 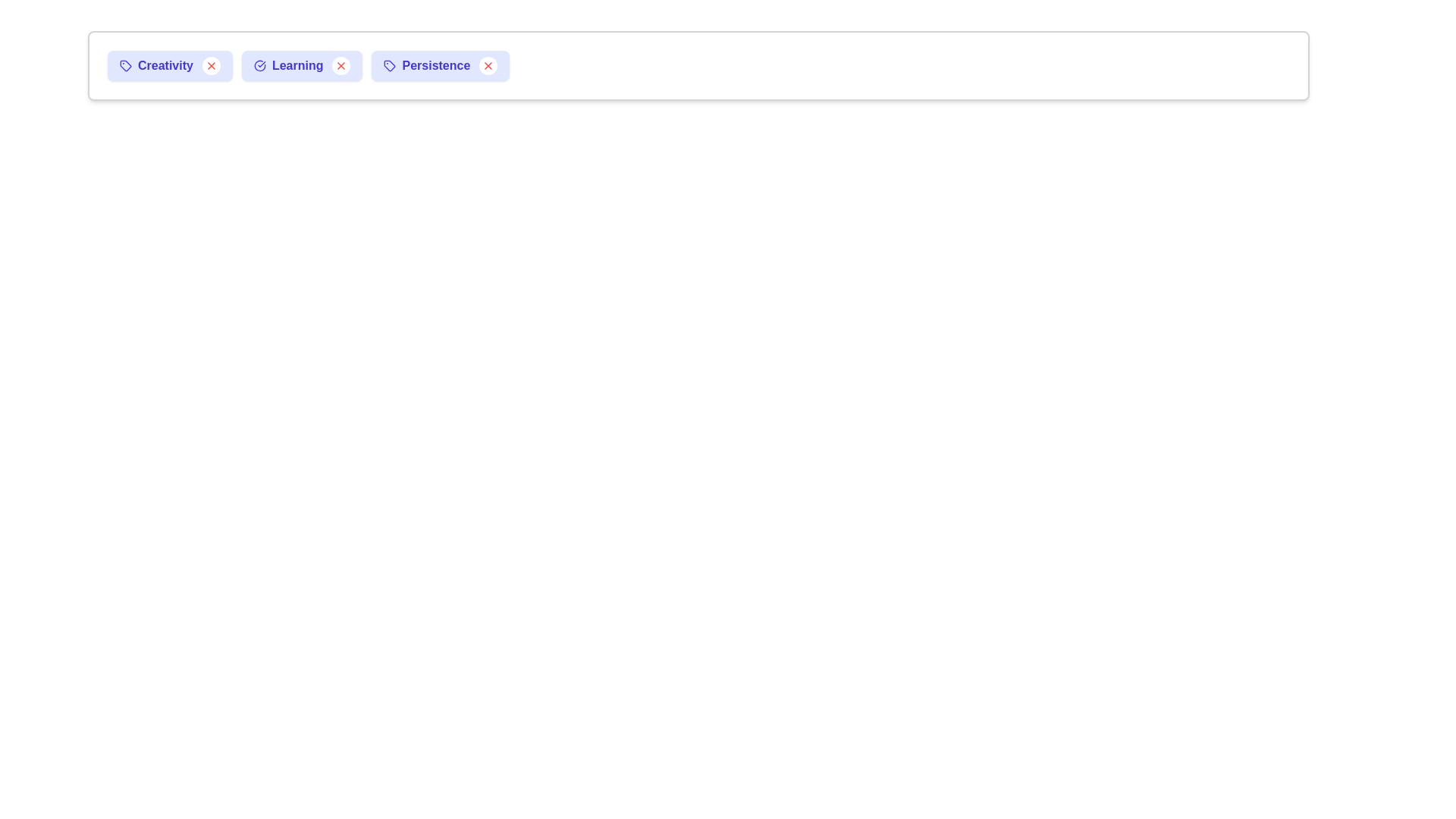 I want to click on the remove button for the chip labeled Learning, so click(x=340, y=65).